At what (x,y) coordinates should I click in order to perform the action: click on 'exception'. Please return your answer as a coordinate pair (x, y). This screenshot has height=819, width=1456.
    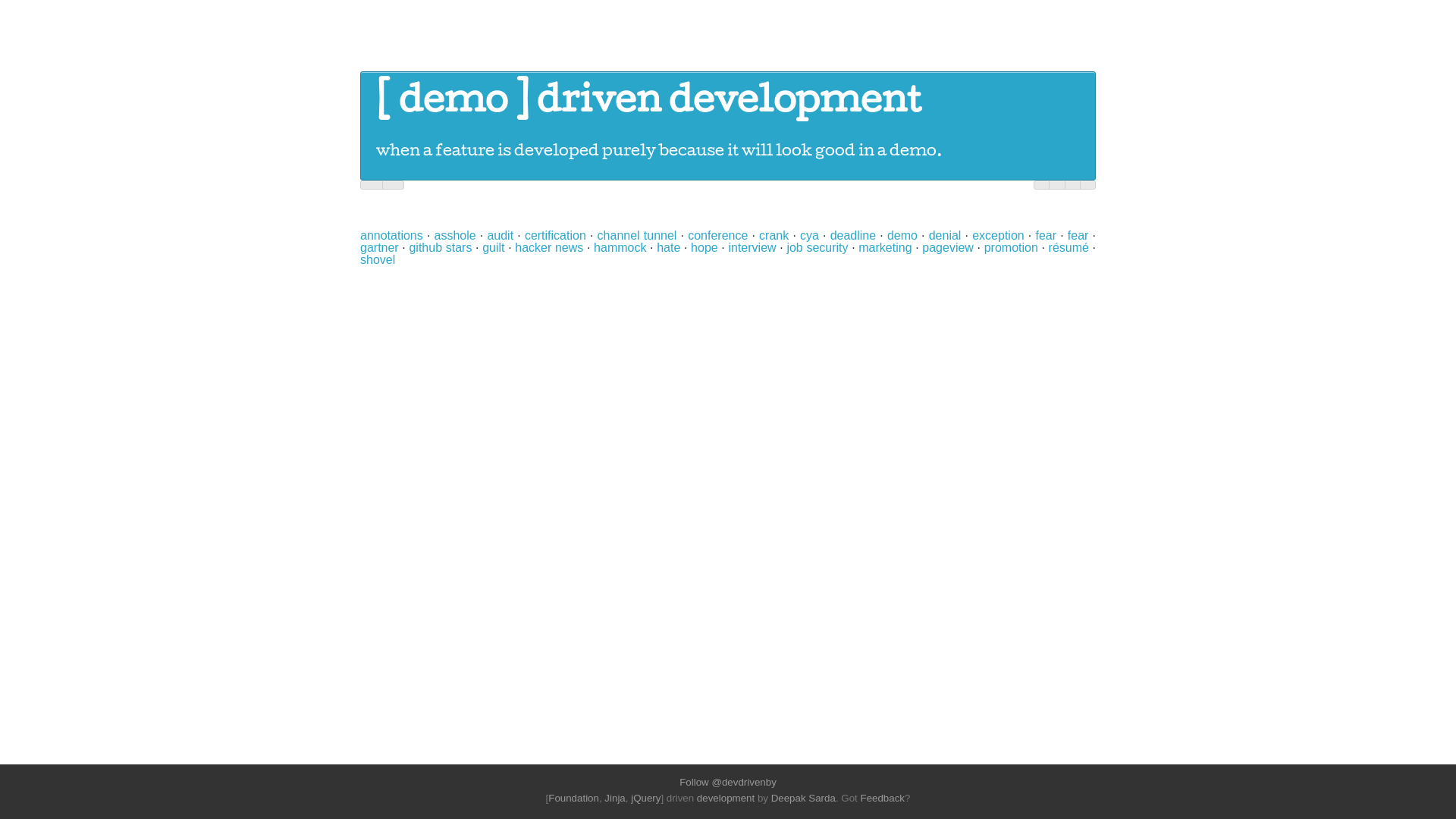
    Looking at the image, I should click on (998, 235).